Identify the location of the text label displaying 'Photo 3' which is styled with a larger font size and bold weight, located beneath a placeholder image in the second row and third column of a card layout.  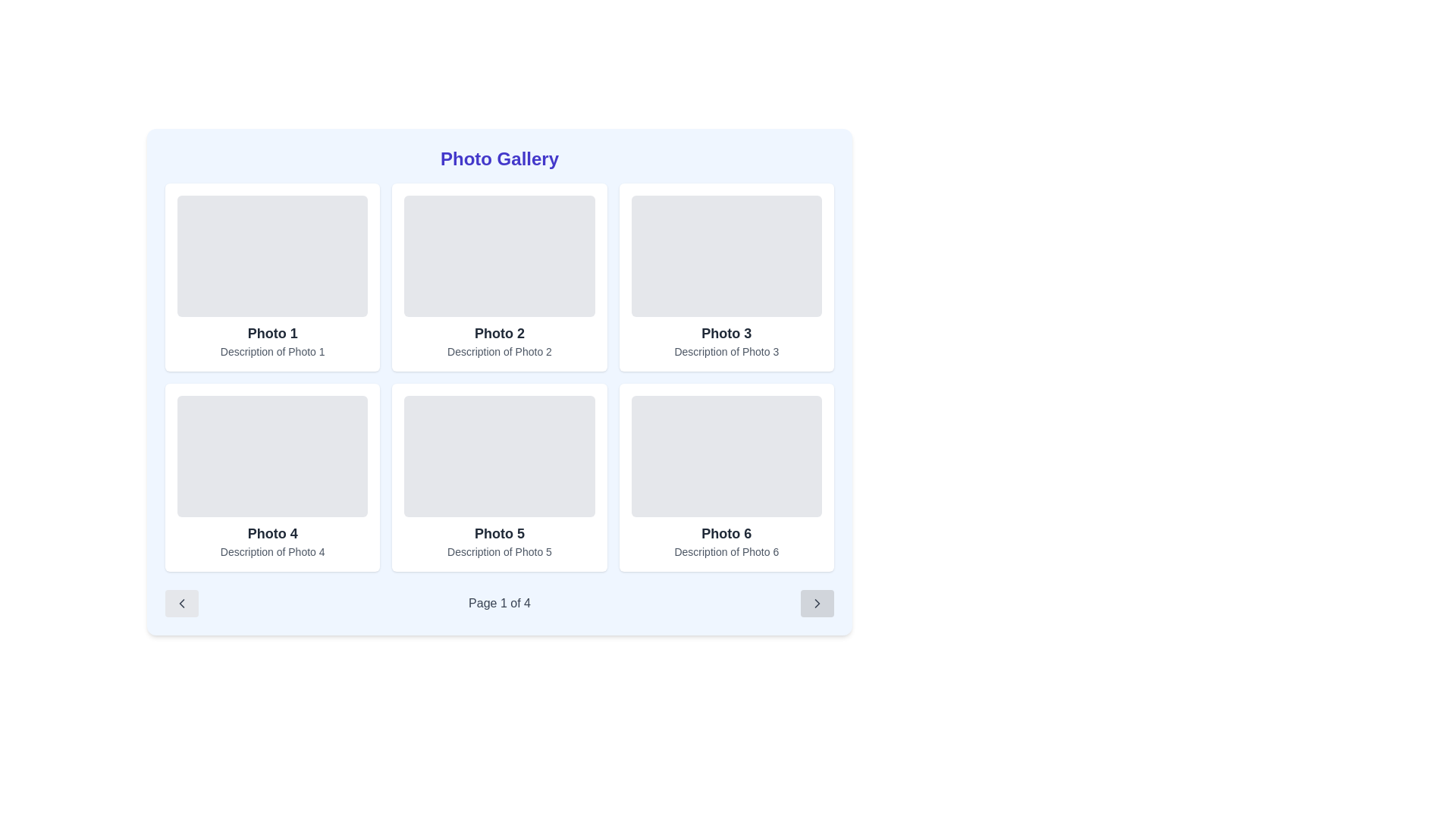
(726, 332).